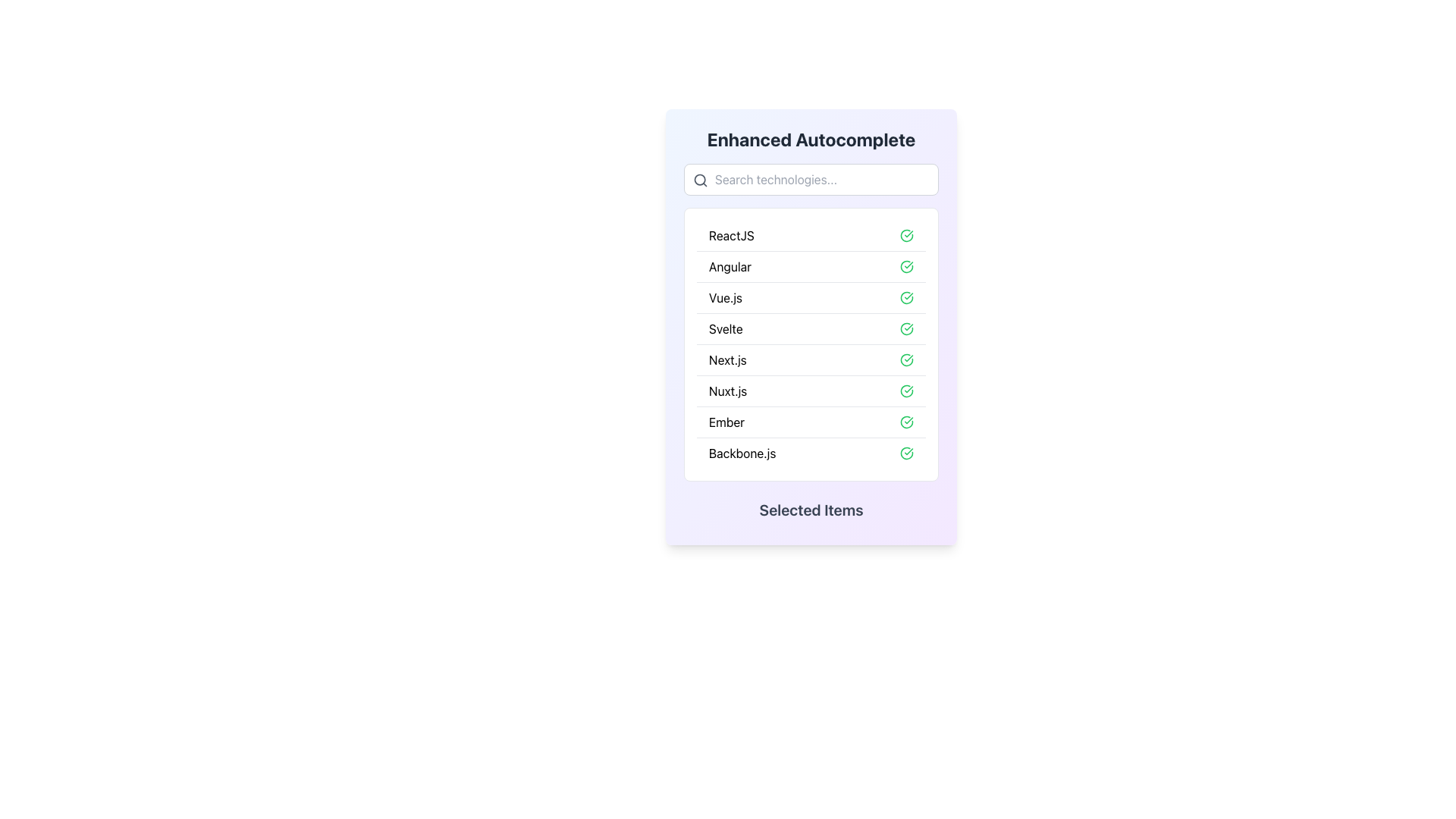  What do you see at coordinates (730, 265) in the screenshot?
I see `the text label displaying 'Angular'` at bounding box center [730, 265].